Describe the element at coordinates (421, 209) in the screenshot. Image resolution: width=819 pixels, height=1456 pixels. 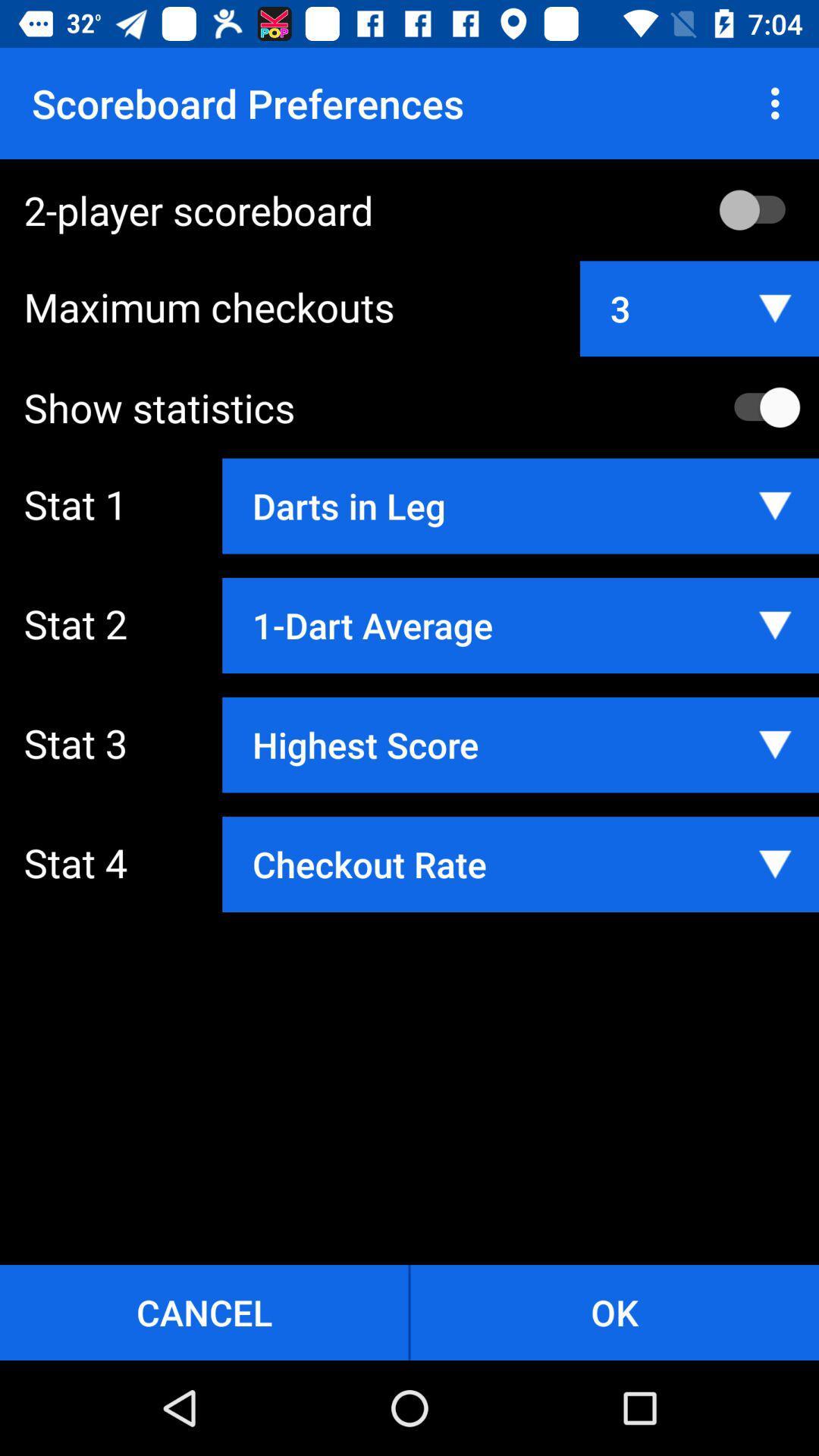
I see `the 2-player scoreboard item` at that location.